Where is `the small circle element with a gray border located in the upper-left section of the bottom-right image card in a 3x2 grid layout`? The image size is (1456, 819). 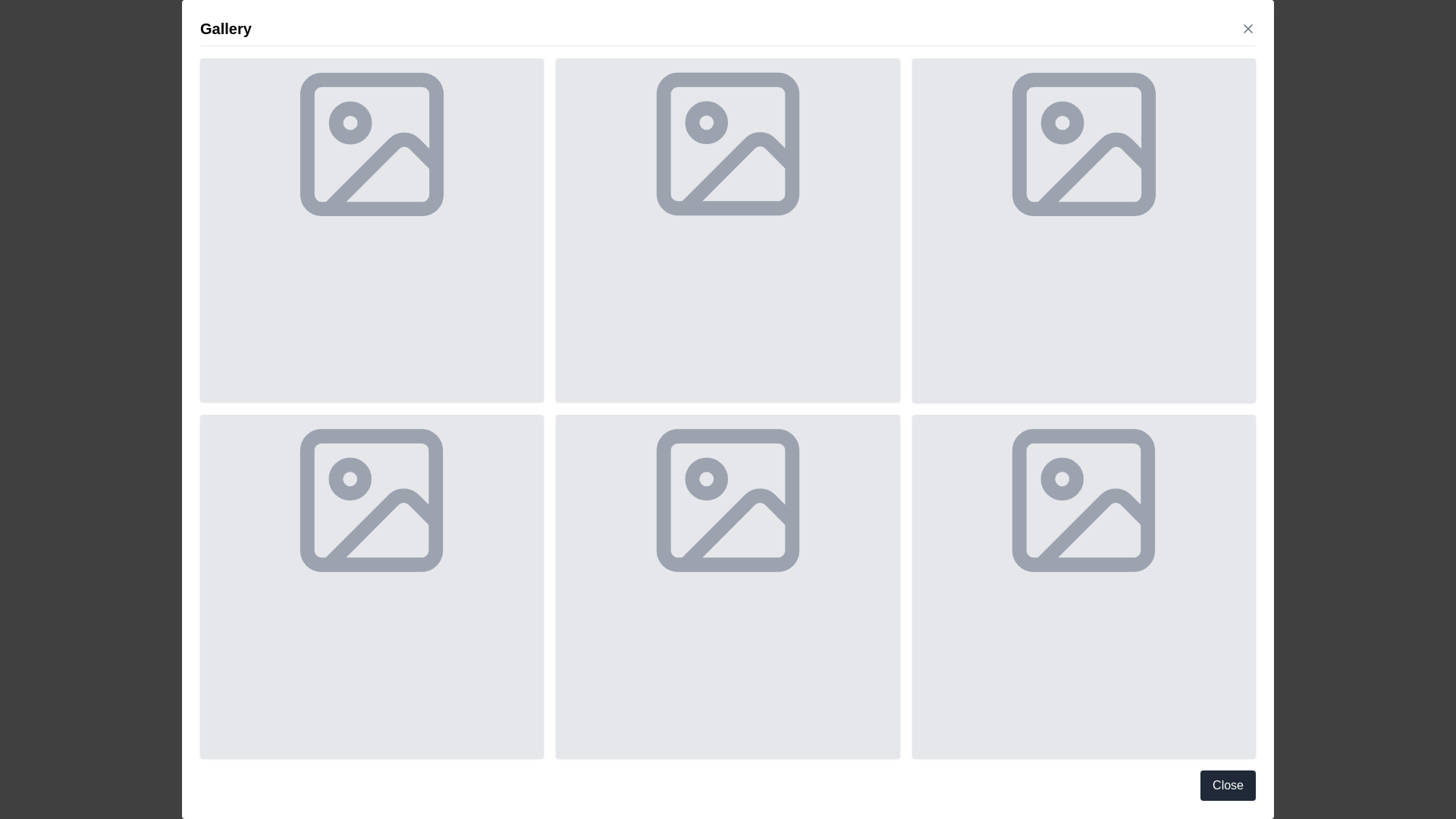 the small circle element with a gray border located in the upper-left section of the bottom-right image card in a 3x2 grid layout is located at coordinates (1062, 479).